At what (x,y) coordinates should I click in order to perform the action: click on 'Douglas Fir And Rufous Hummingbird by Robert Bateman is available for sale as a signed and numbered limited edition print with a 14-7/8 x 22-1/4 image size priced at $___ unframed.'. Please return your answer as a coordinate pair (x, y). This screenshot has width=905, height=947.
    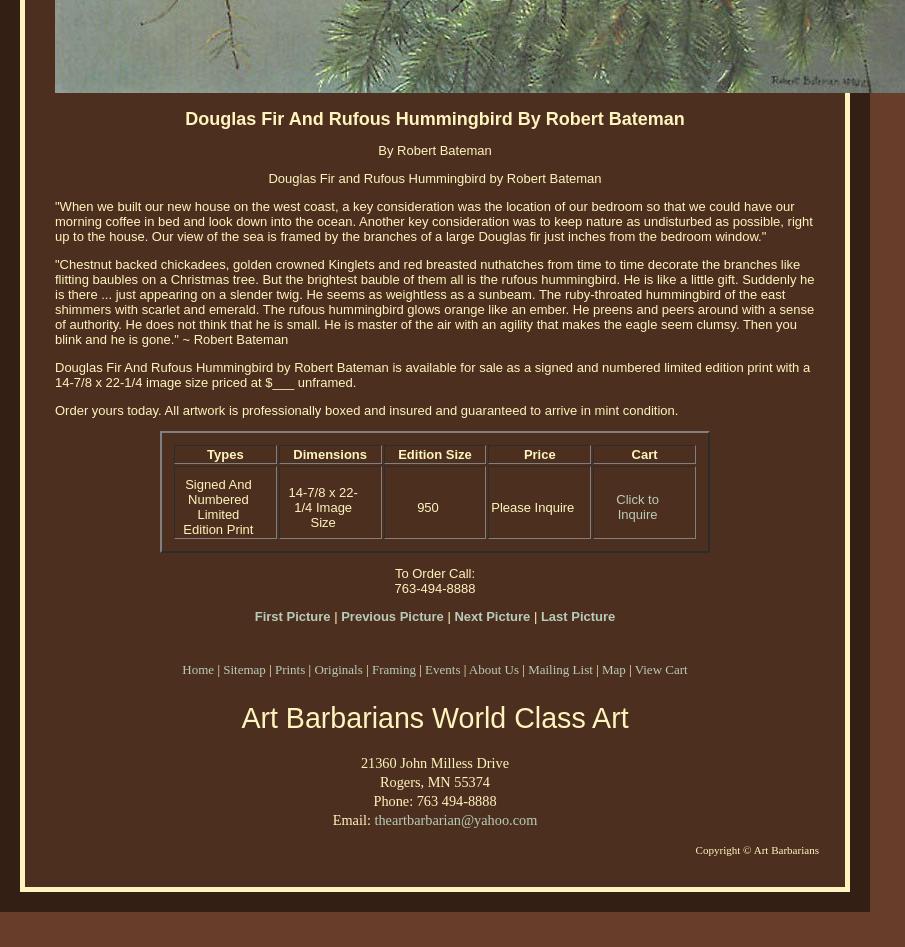
    Looking at the image, I should click on (431, 374).